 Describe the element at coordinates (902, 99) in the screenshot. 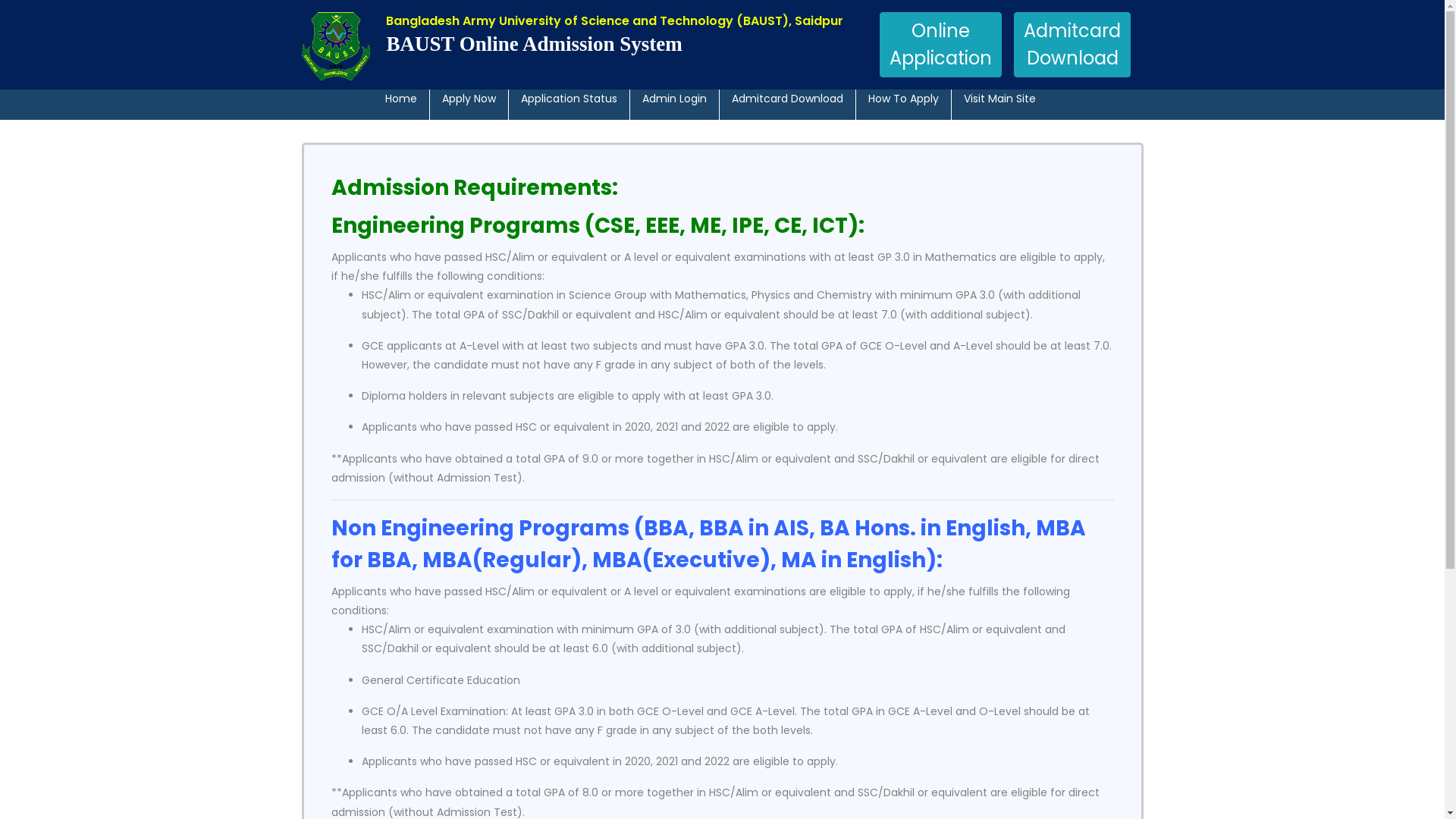

I see `'How To Apply'` at that location.